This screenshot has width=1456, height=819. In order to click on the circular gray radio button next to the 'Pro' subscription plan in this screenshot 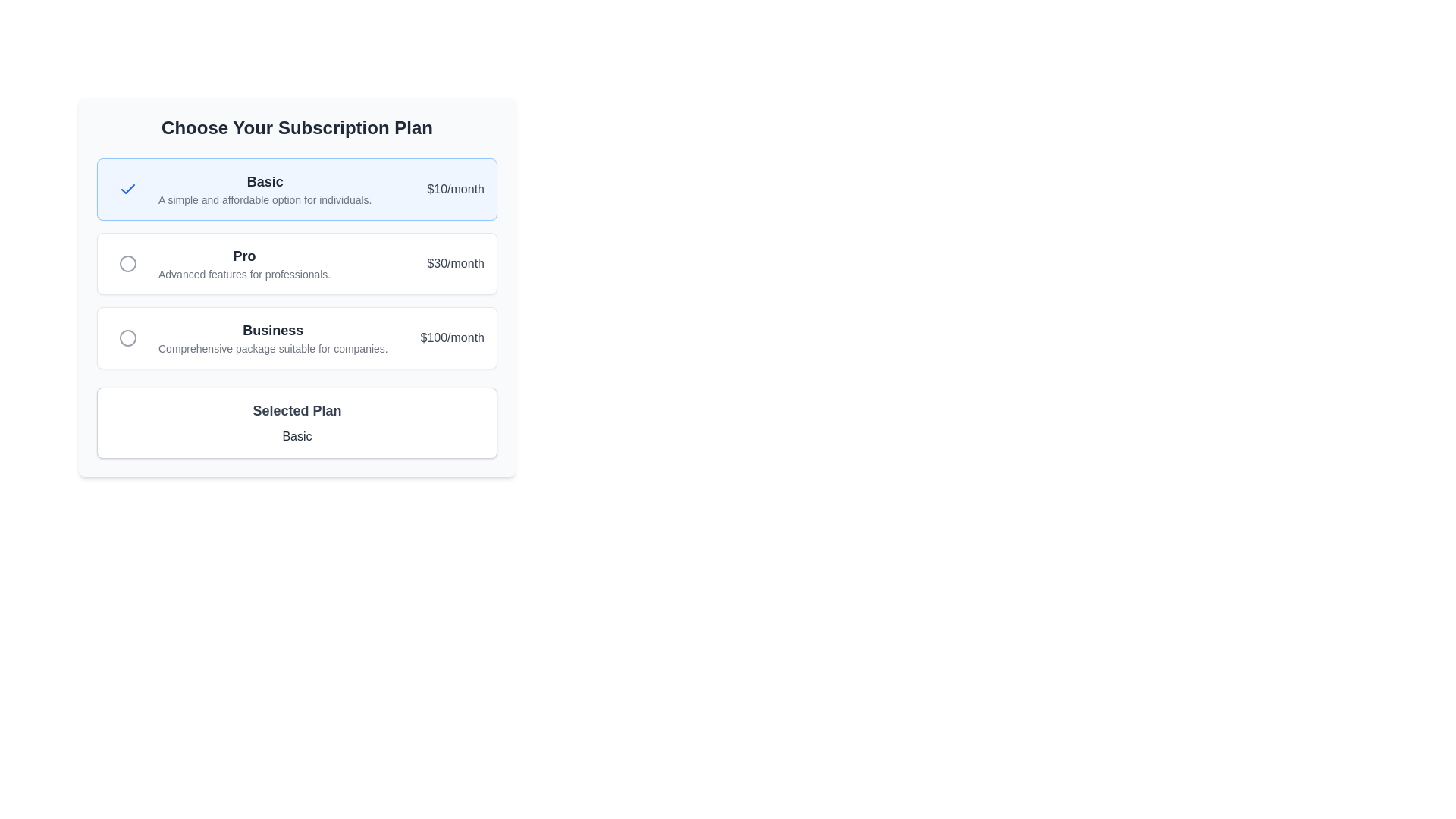, I will do `click(127, 262)`.